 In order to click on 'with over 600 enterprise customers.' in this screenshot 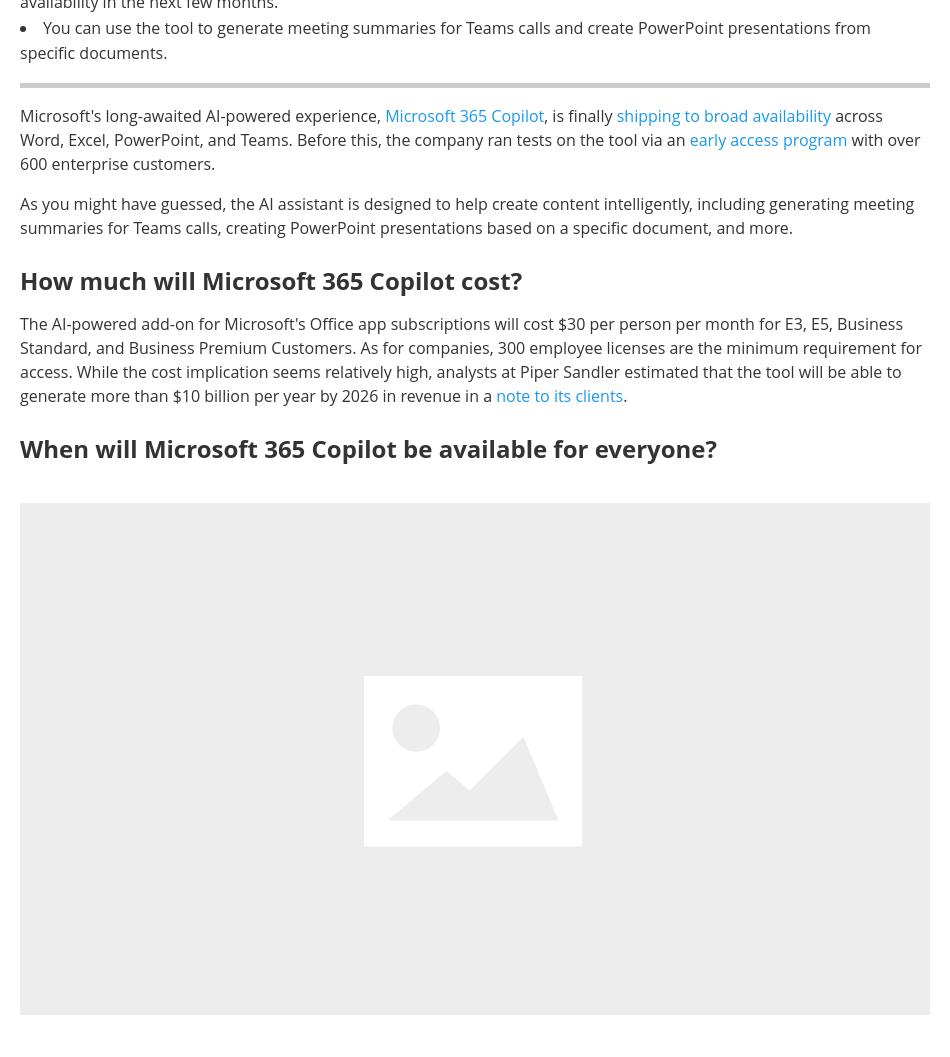, I will do `click(468, 151)`.